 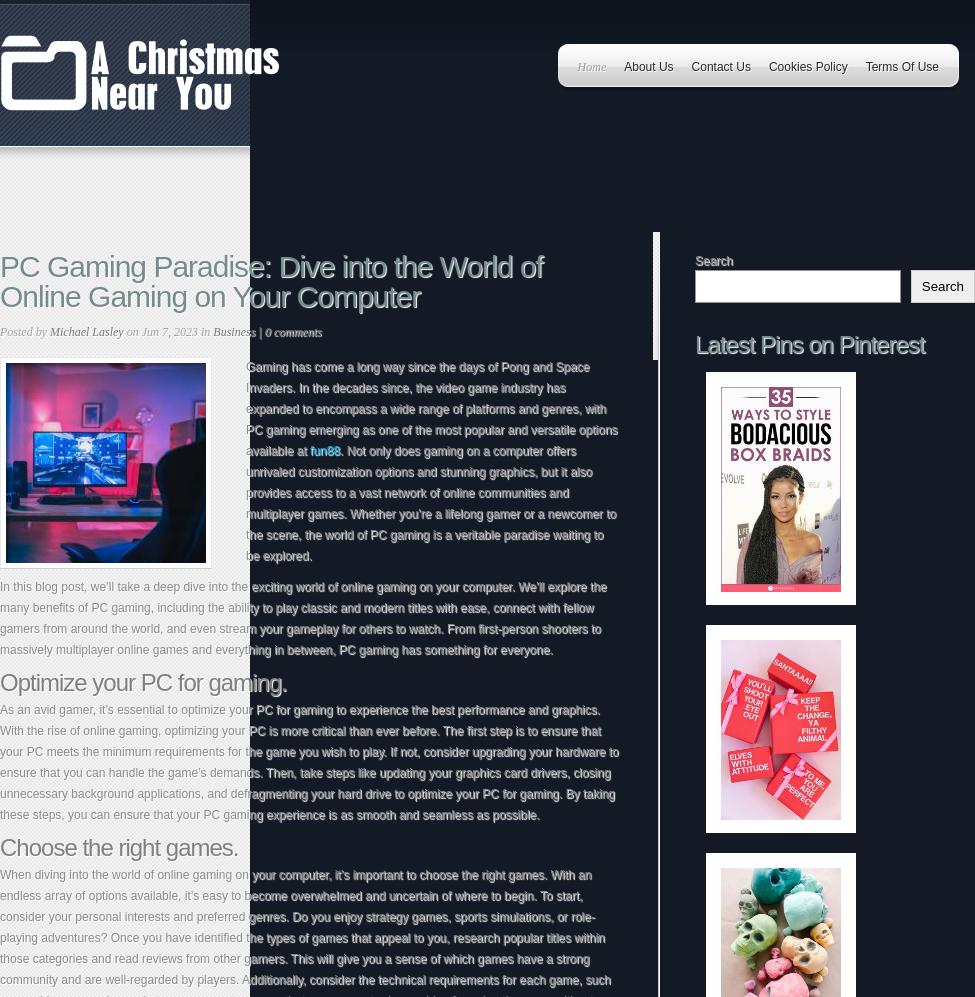 What do you see at coordinates (431, 408) in the screenshot?
I see `'Gaming has come a long way since the days of Pong and Space Invaders. In the decades since, the video game industry has expanded to encompass a wide range of platforms and genres, with PC gaming emerging as one of the most popular and versatile options available at'` at bounding box center [431, 408].